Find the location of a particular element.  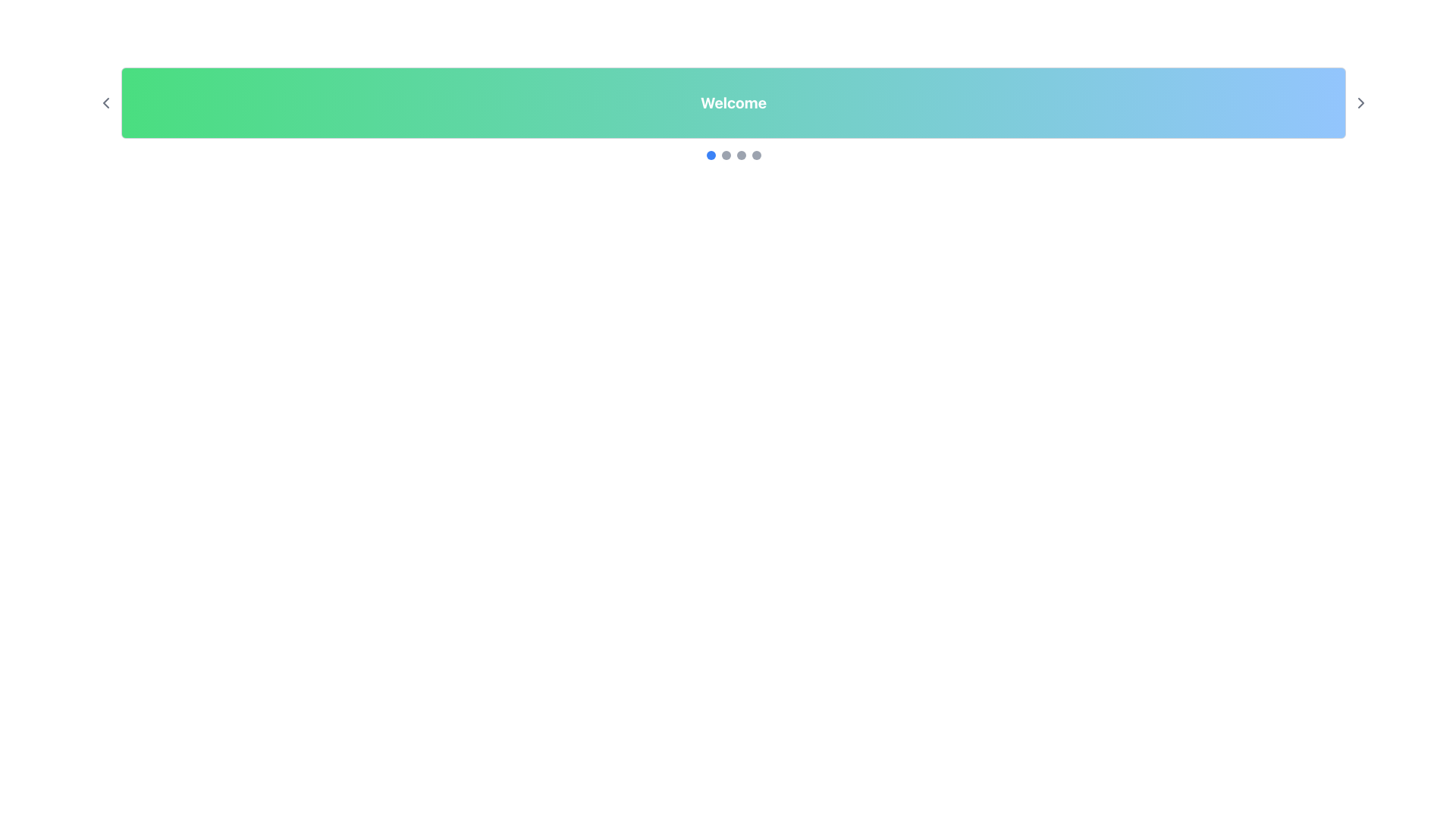

the 'Previous' button located on the far left side of the green-to-blue gradient header bar, adjacent to the 'Welcome' text is located at coordinates (105, 102).